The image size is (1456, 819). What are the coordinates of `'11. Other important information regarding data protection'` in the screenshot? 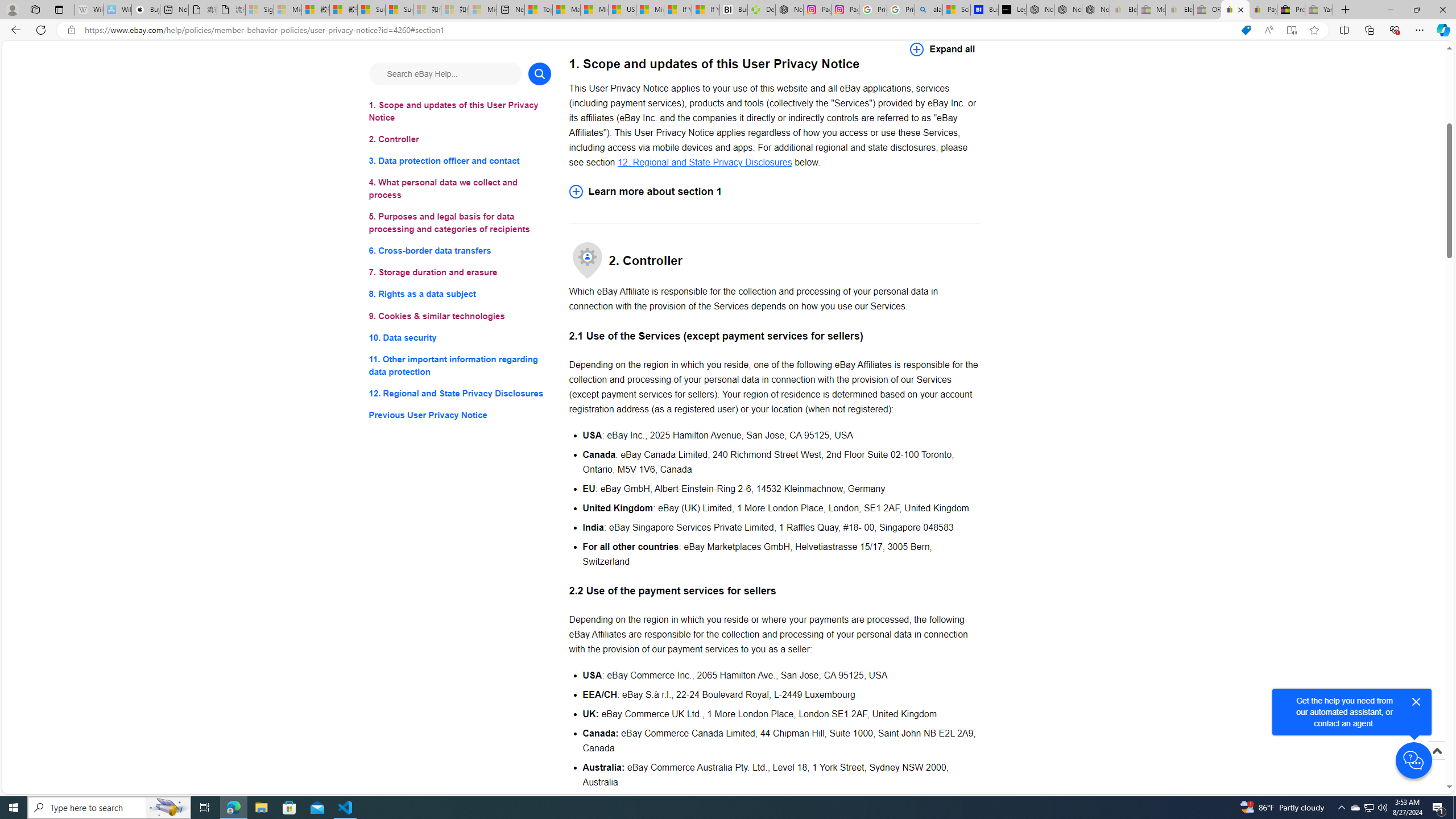 It's located at (459, 365).